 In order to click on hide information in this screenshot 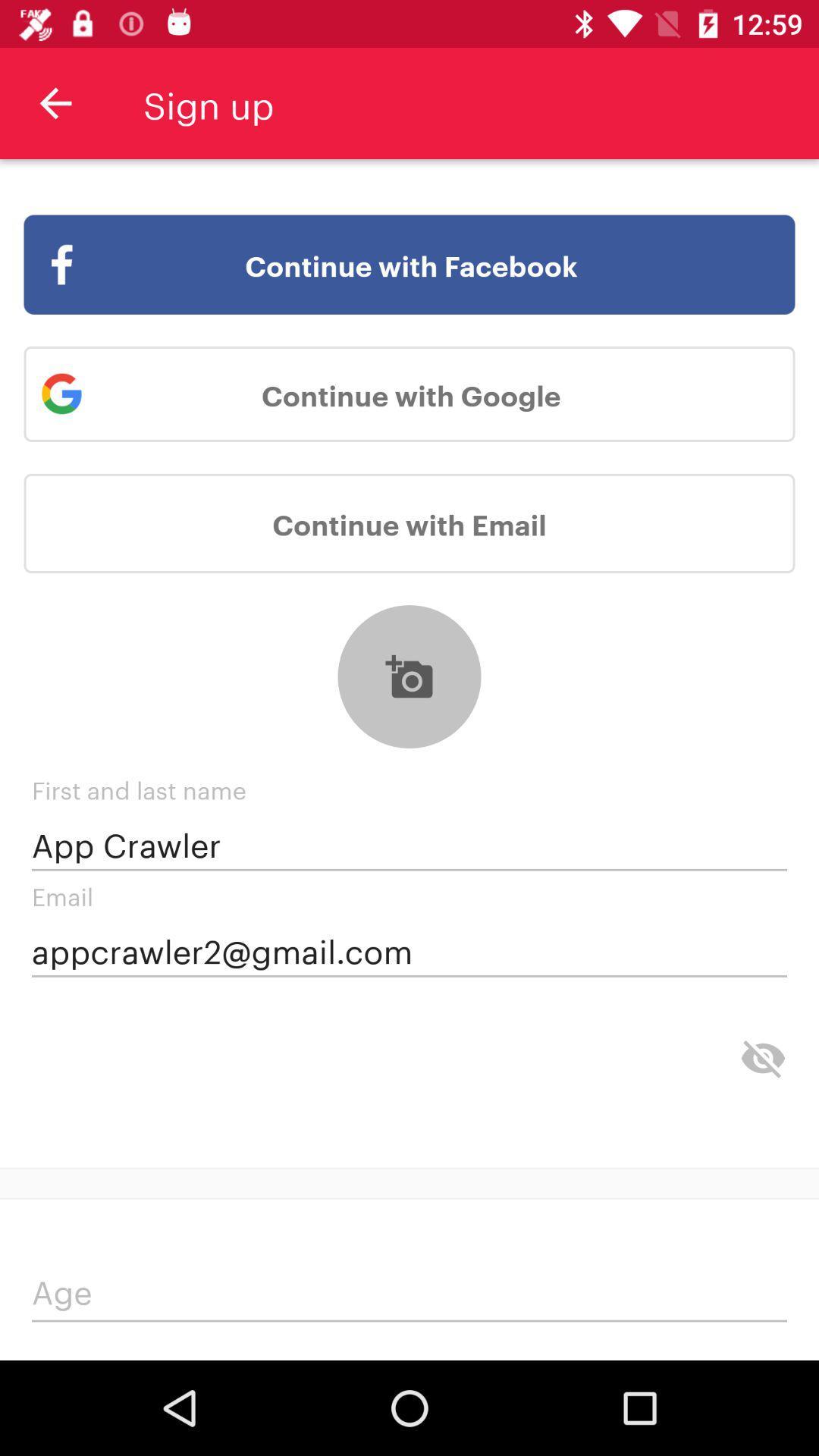, I will do `click(763, 1058)`.